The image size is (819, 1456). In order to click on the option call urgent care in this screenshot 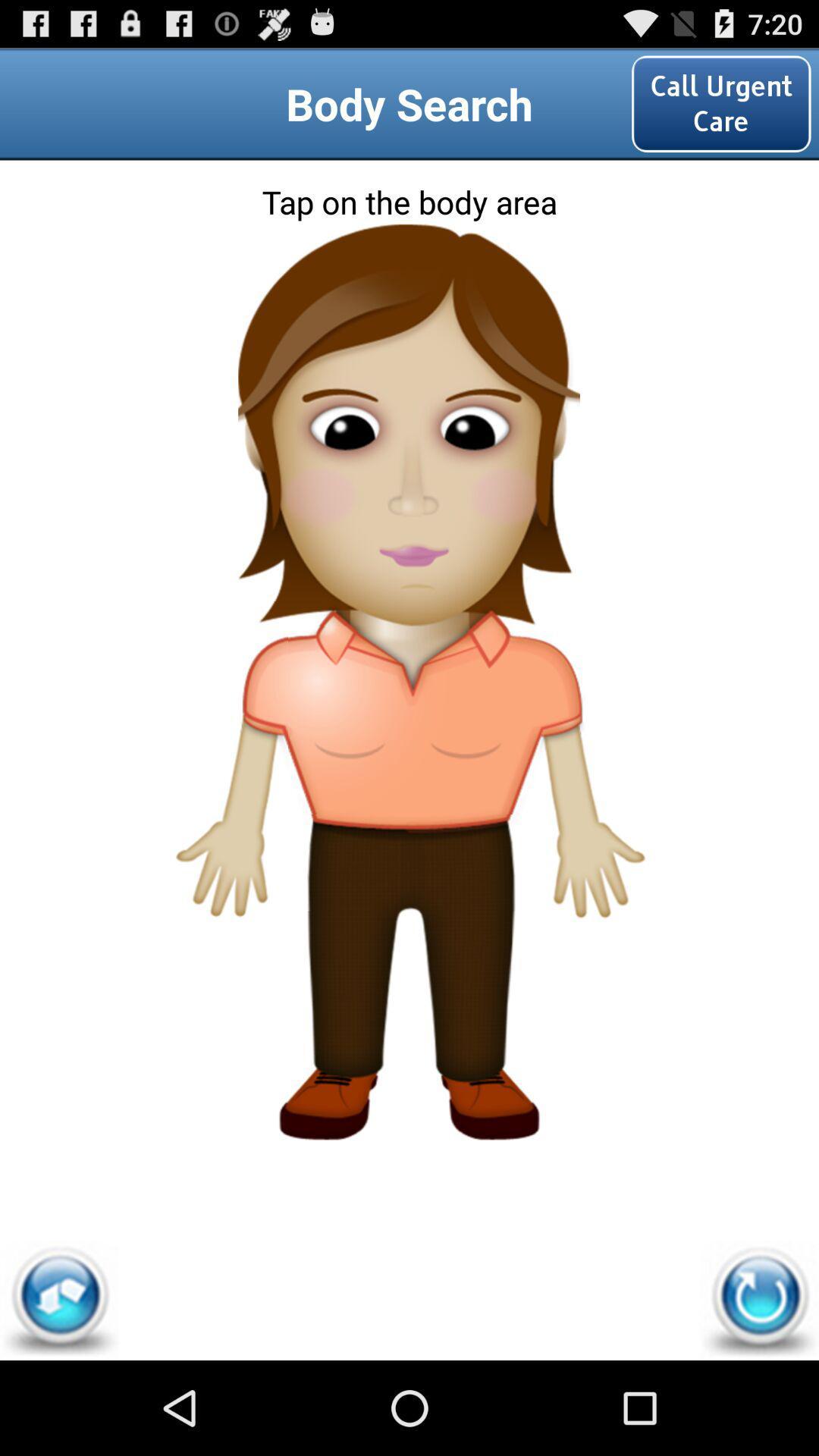, I will do `click(720, 103)`.